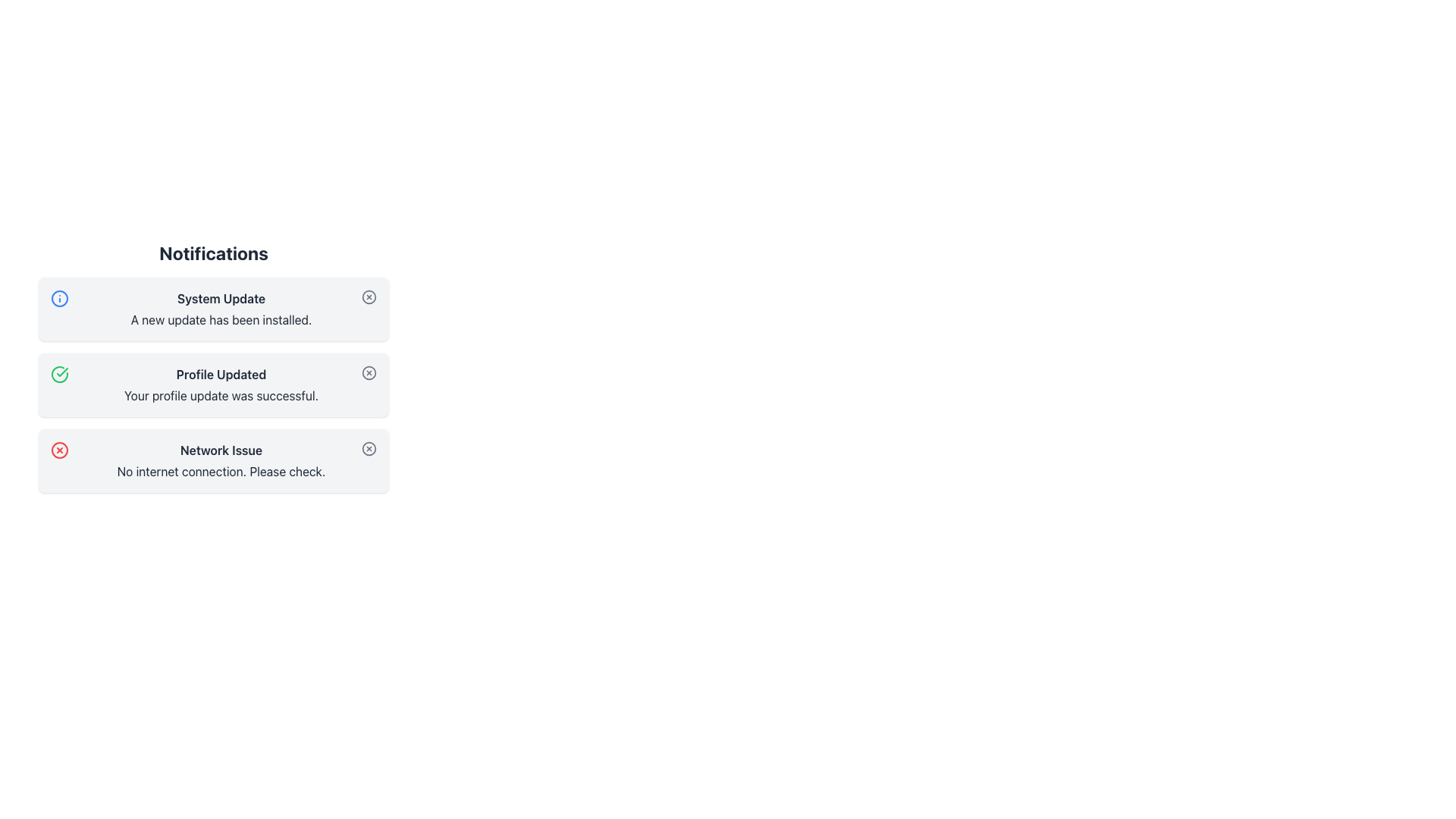  I want to click on the third notification item in the vertical list that alerts about network connectivity issues, so click(221, 460).